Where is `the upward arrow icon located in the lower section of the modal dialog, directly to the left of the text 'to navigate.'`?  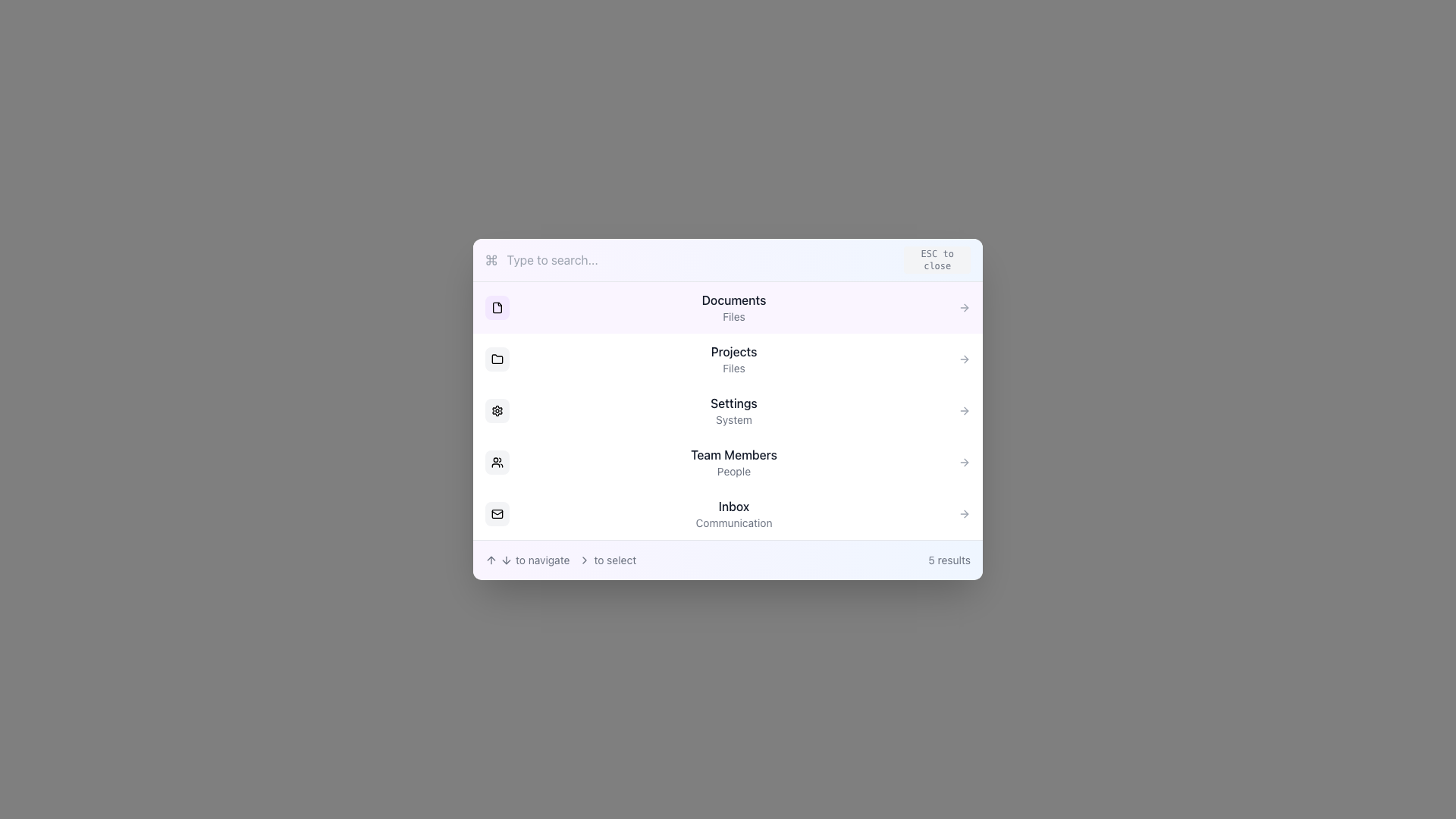 the upward arrow icon located in the lower section of the modal dialog, directly to the left of the text 'to navigate.' is located at coordinates (491, 560).